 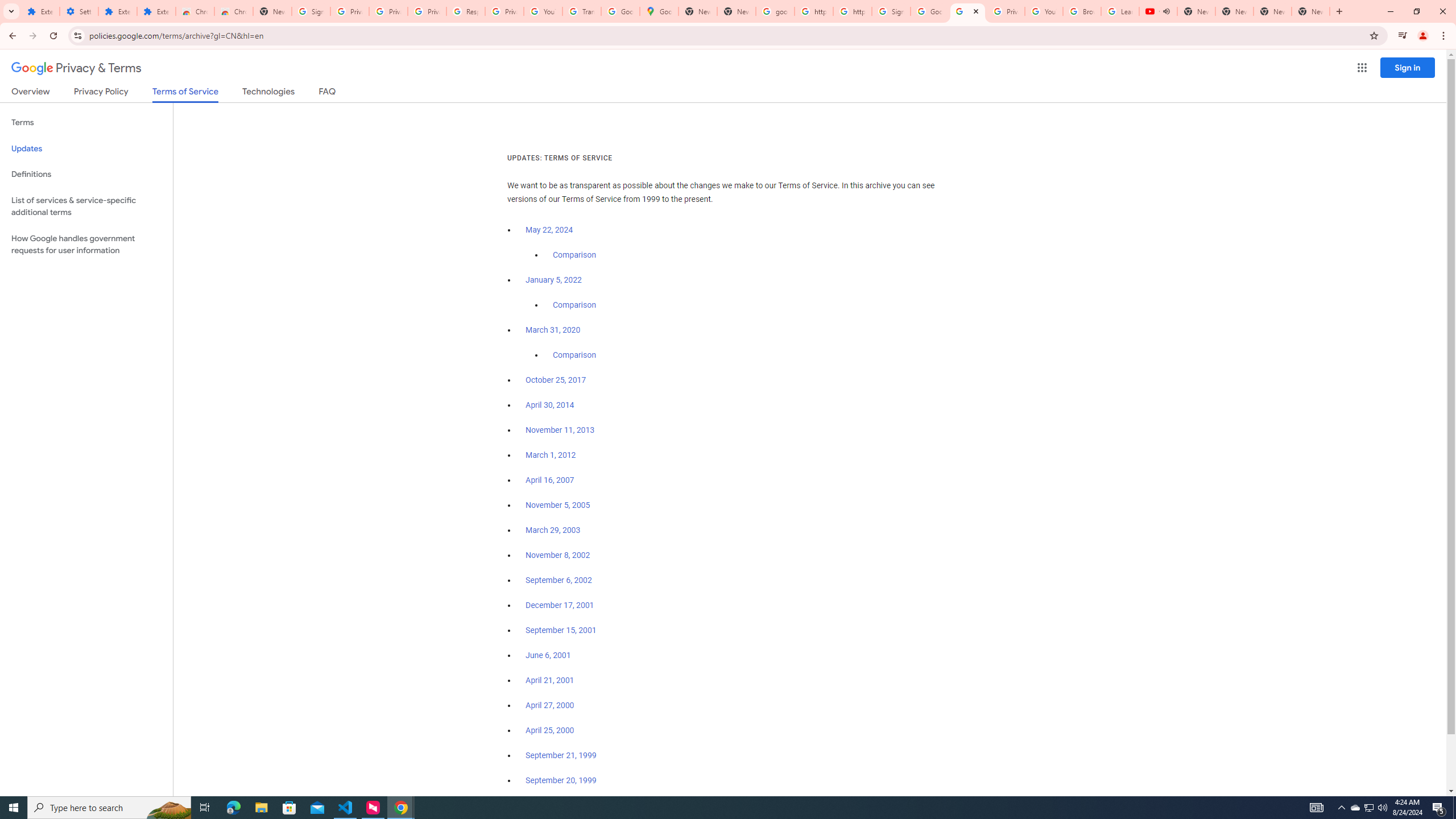 I want to click on 'March 29, 2003', so click(x=552, y=530).